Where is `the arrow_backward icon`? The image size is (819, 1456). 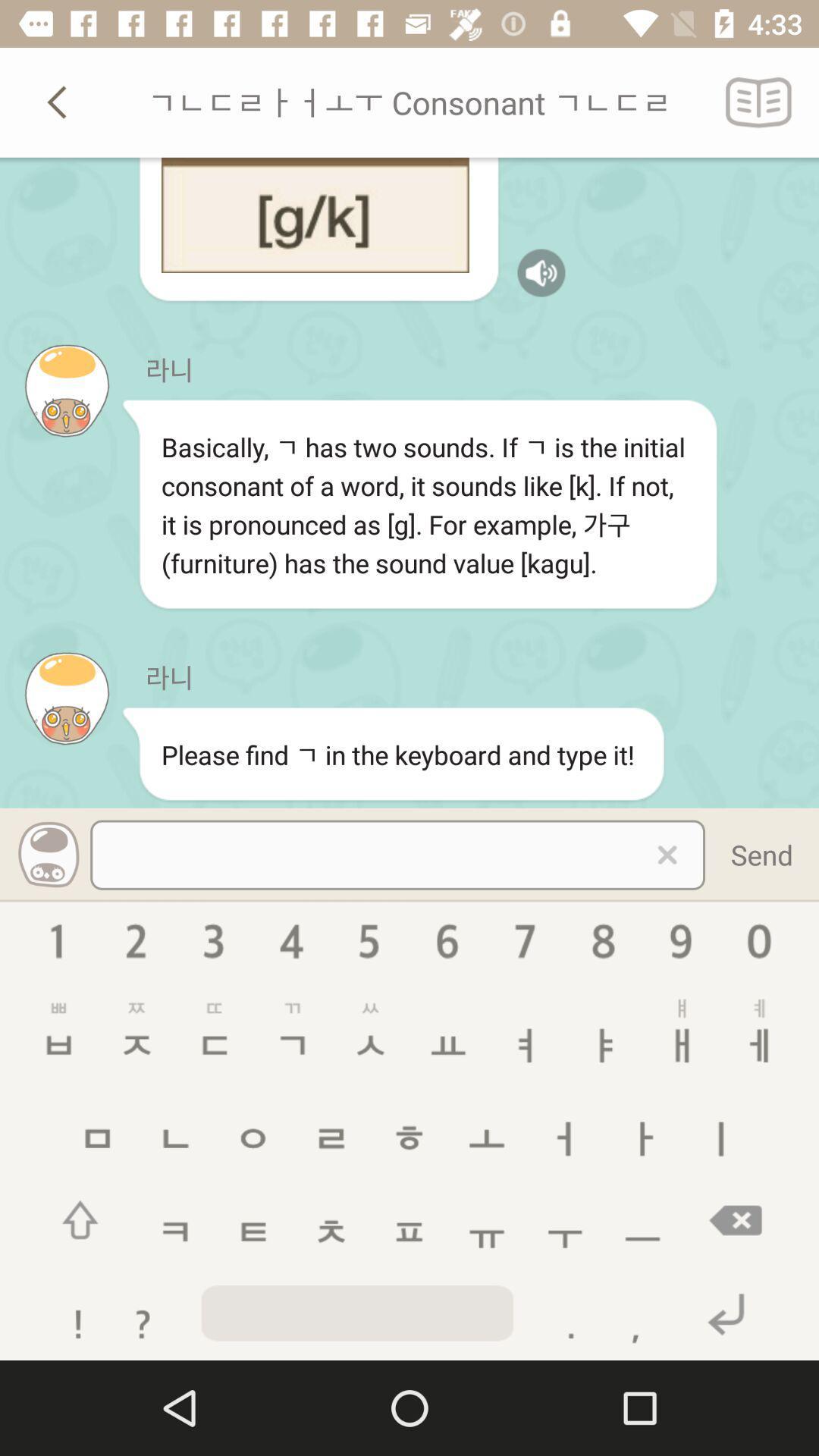 the arrow_backward icon is located at coordinates (58, 101).